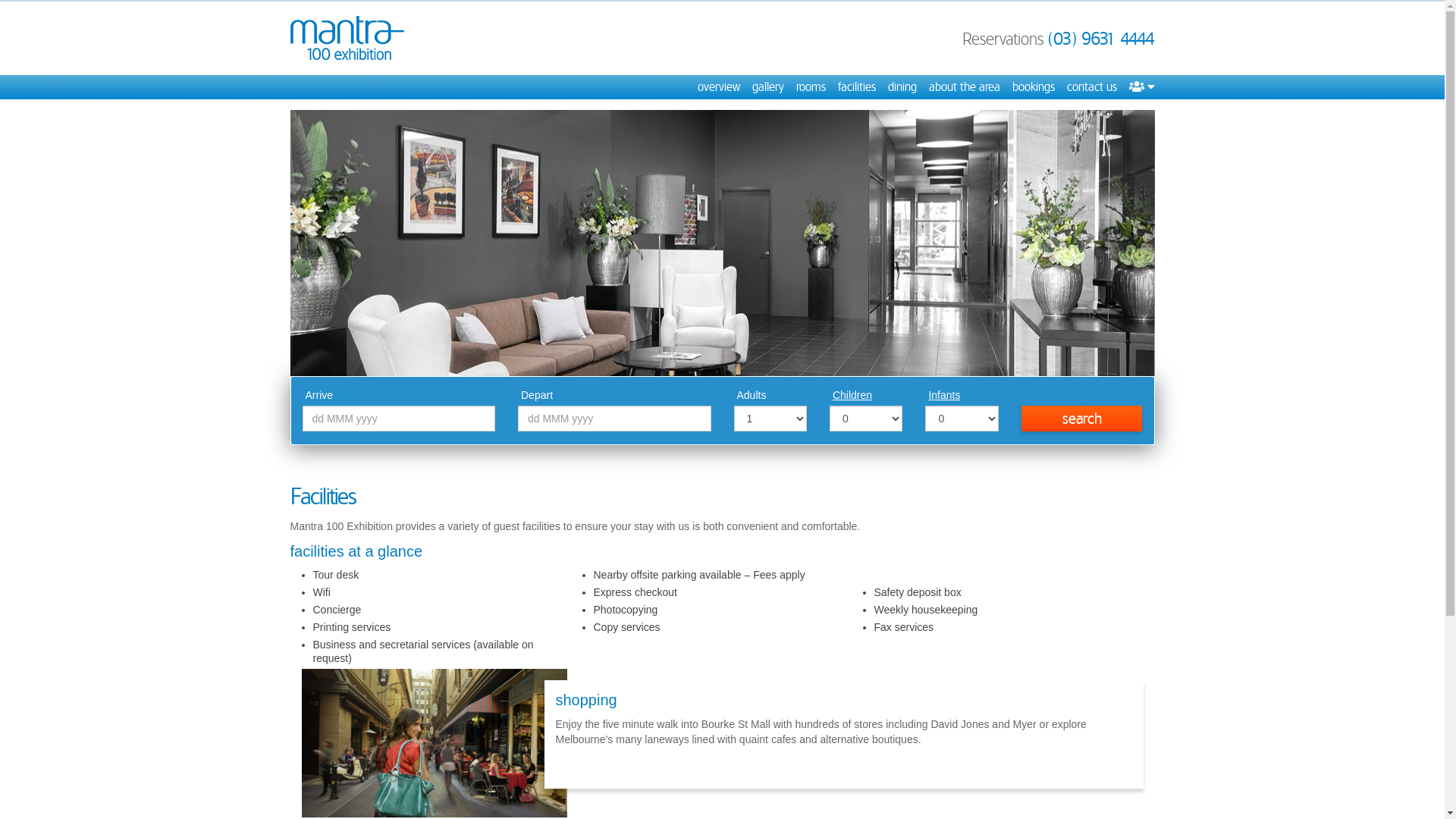 Image resolution: width=1456 pixels, height=819 pixels. I want to click on '(03) 9631 4444', so click(1047, 37).